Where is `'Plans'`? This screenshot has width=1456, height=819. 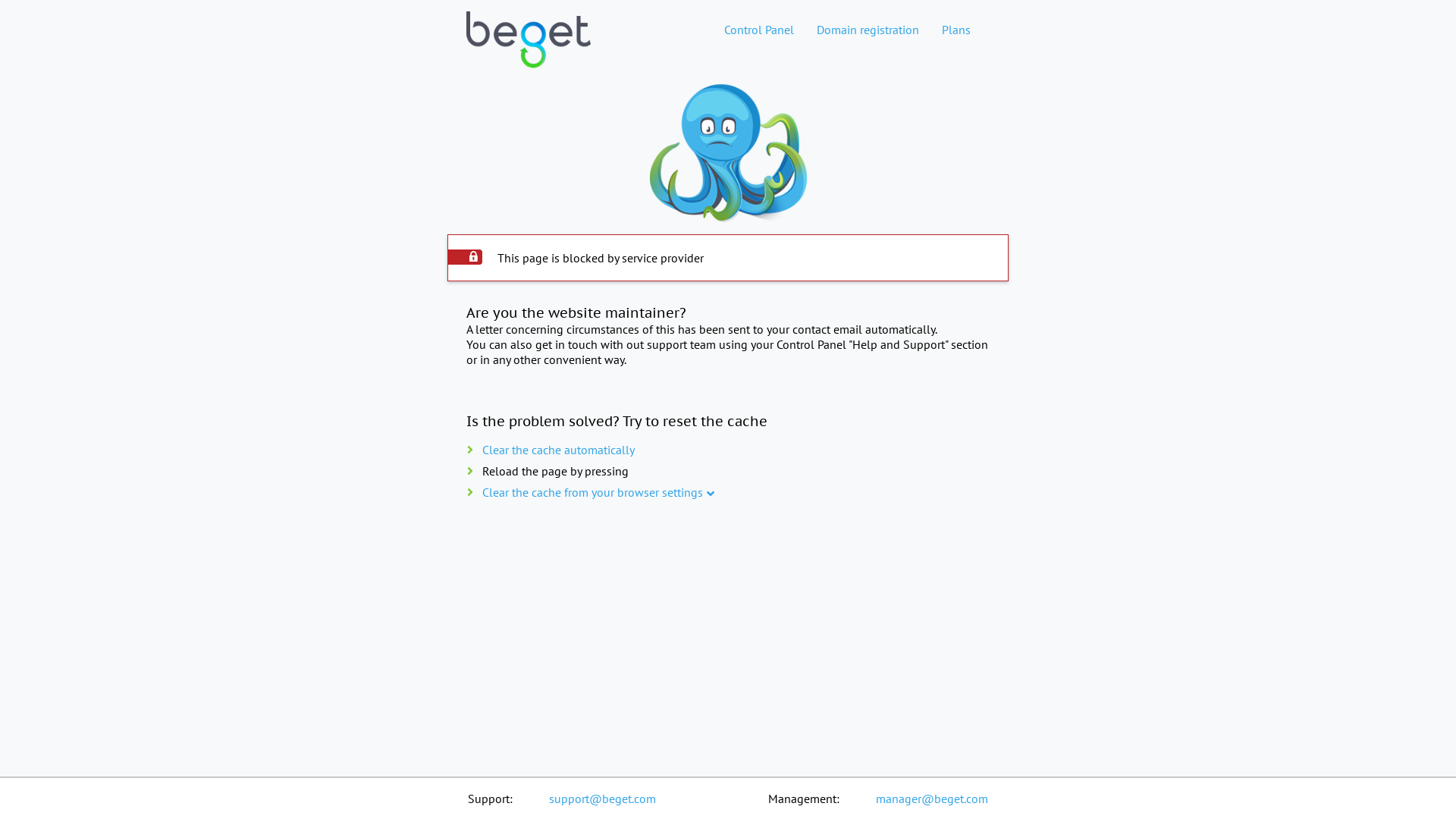 'Plans' is located at coordinates (955, 29).